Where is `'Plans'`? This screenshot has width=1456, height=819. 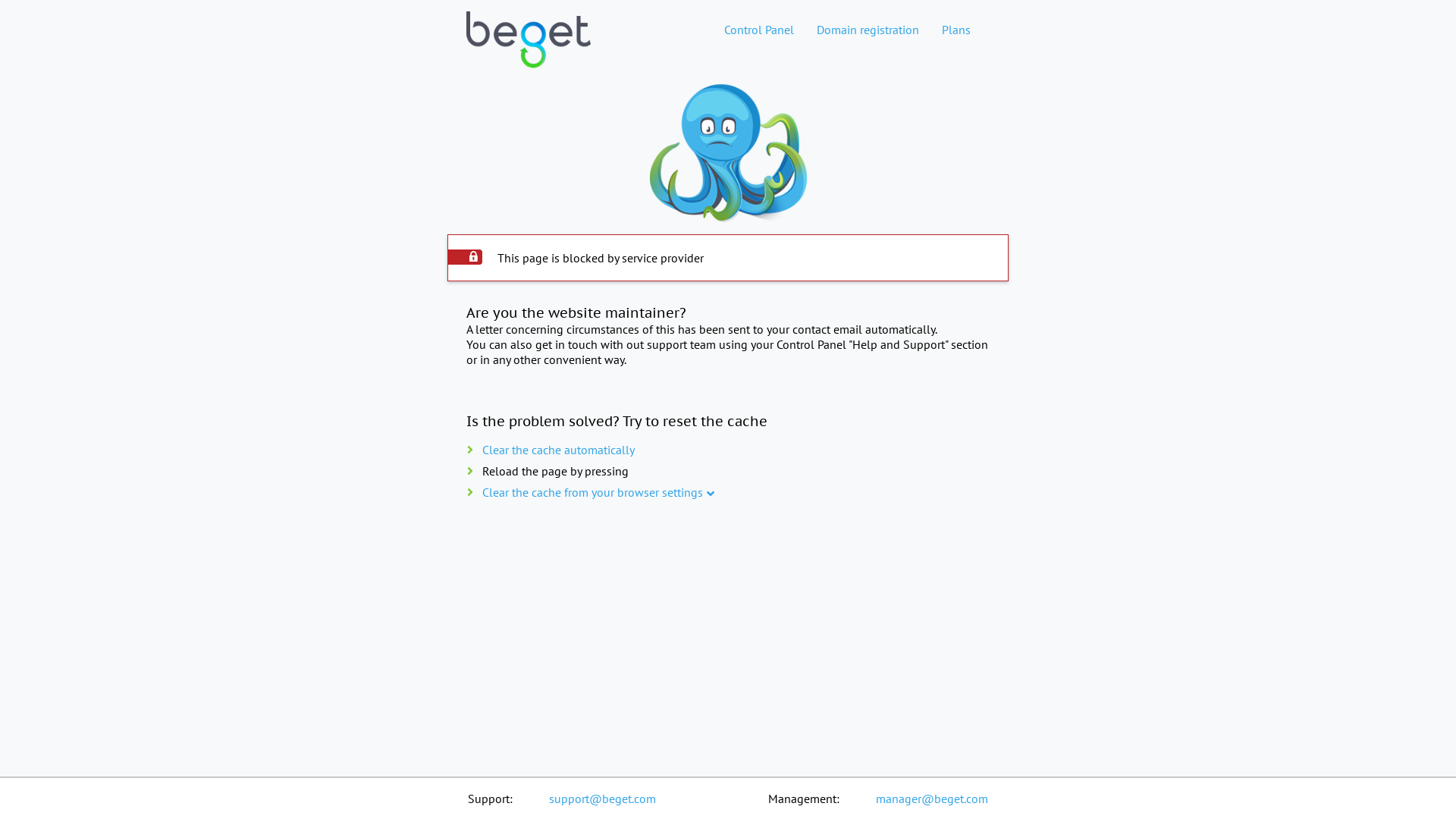 'Plans' is located at coordinates (955, 29).